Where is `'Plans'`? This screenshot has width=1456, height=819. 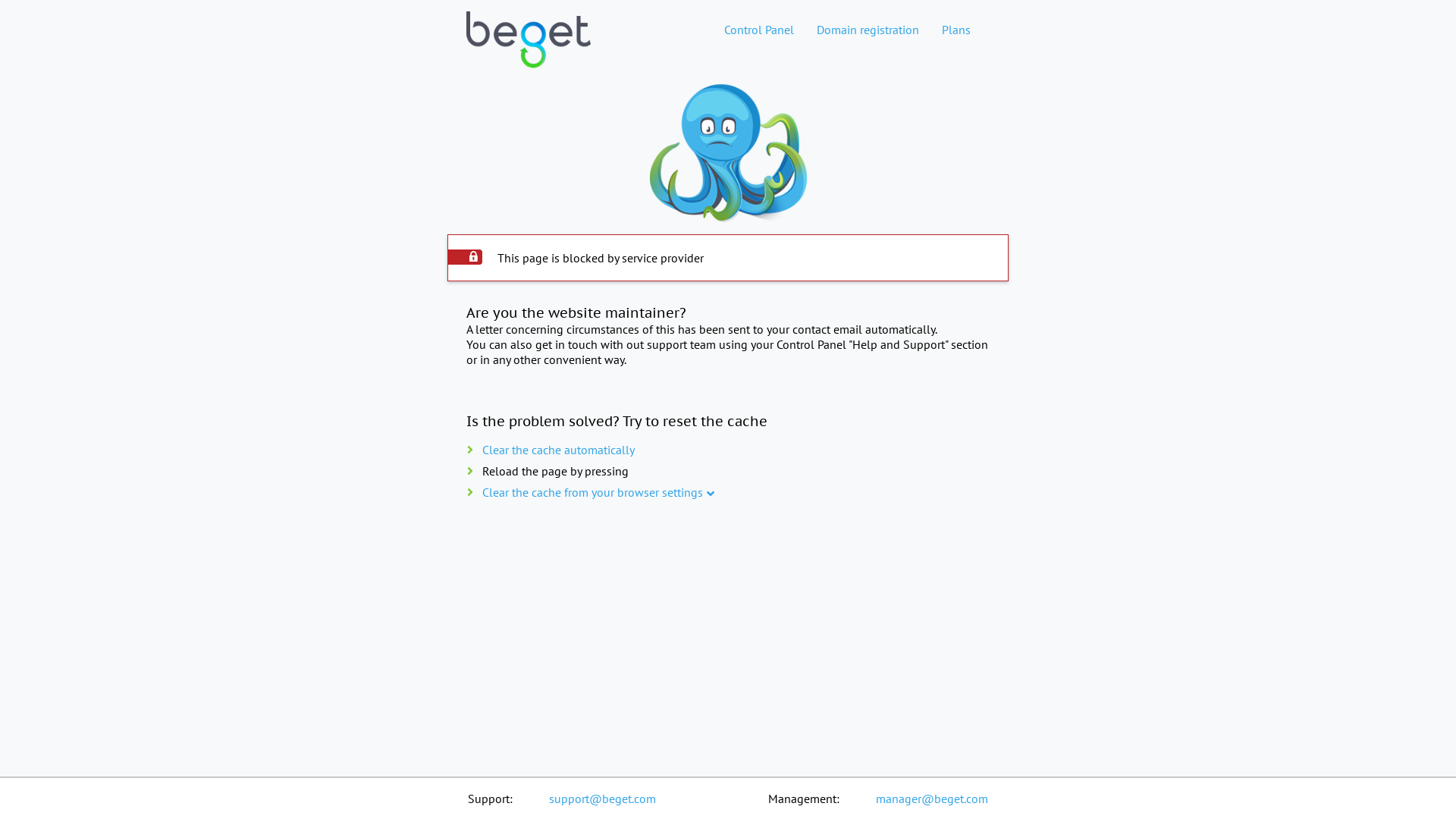 'Plans' is located at coordinates (955, 29).